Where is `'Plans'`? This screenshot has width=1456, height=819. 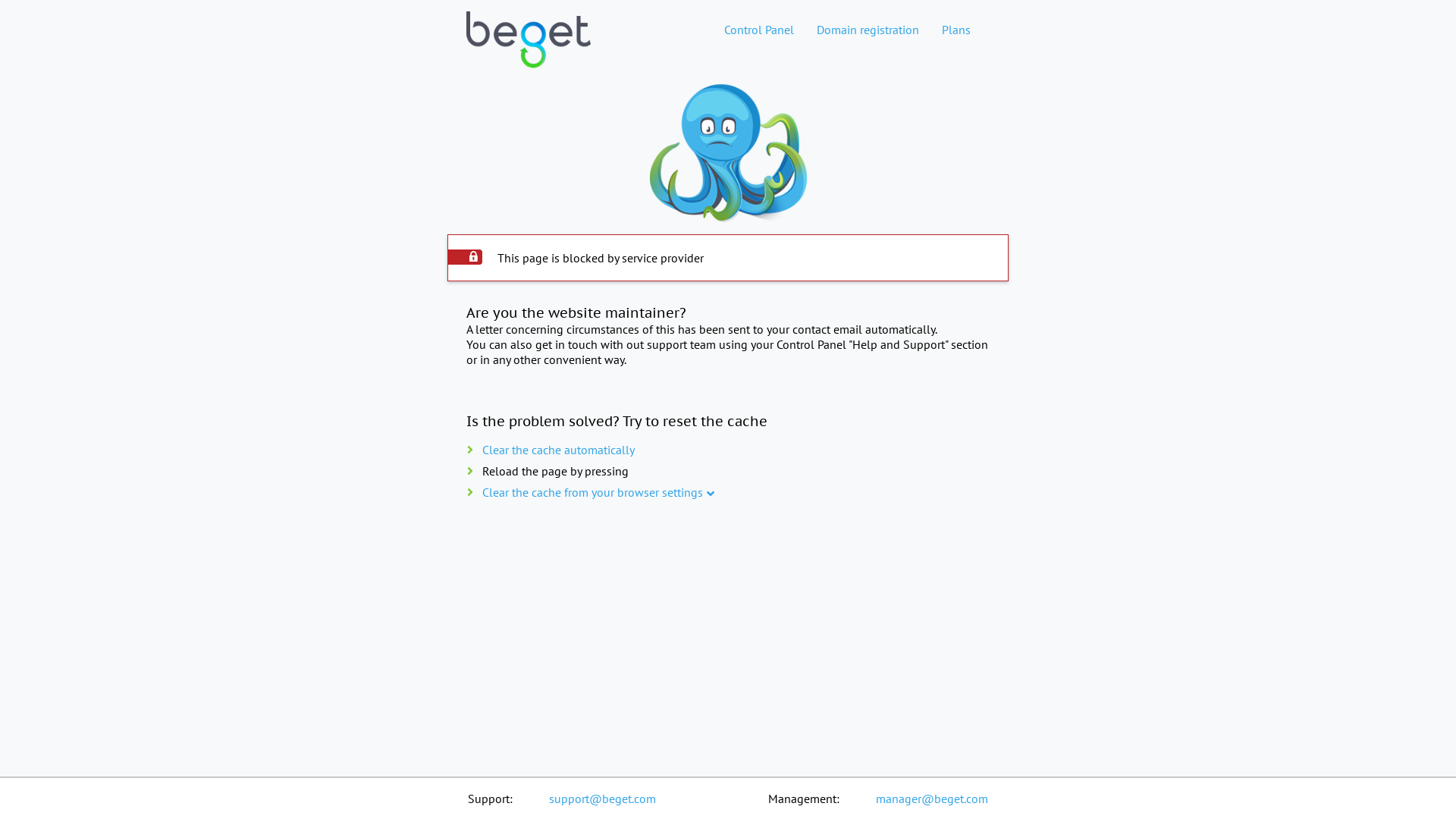 'Plans' is located at coordinates (955, 29).